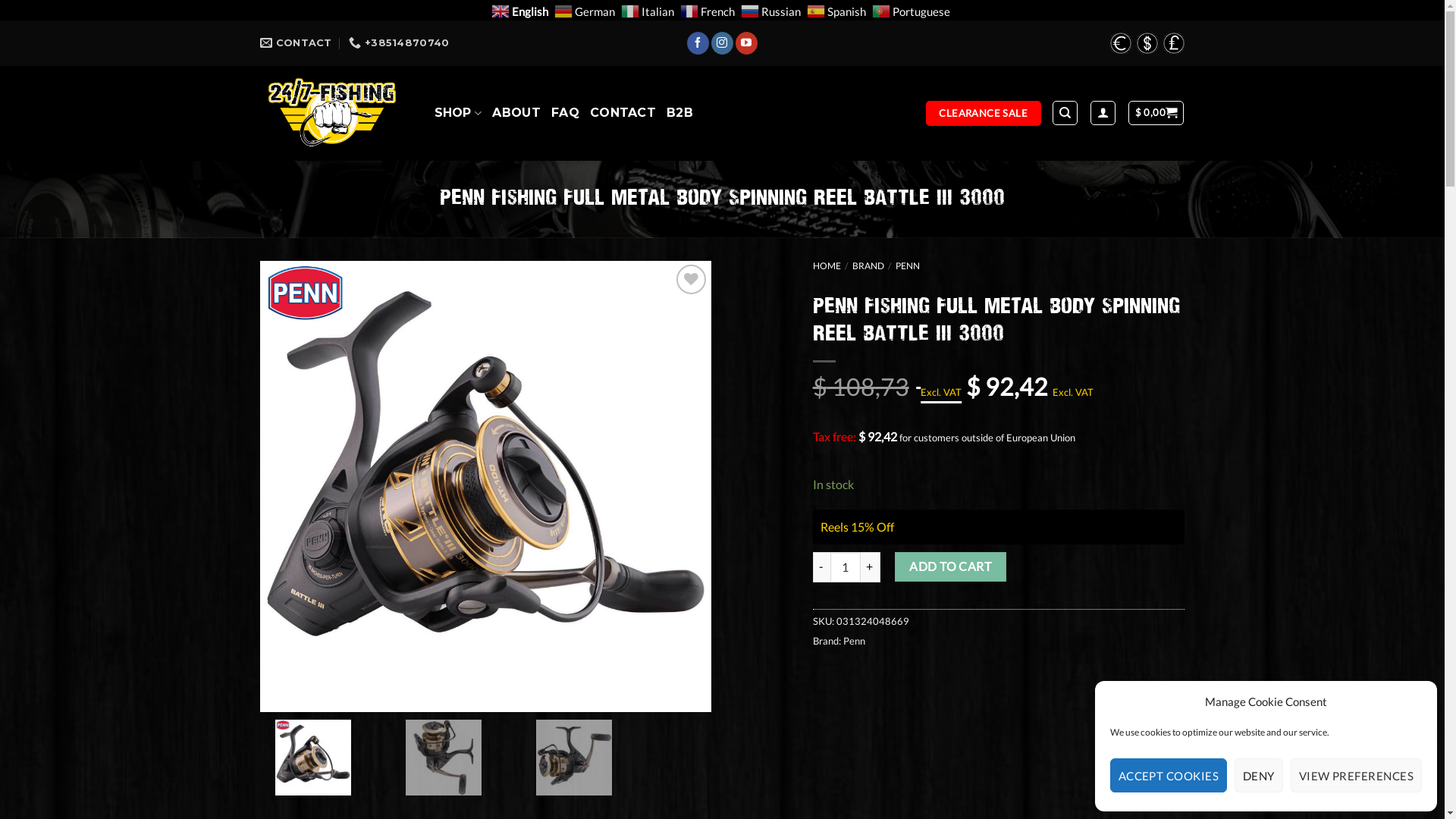 This screenshot has height=819, width=1456. Describe the element at coordinates (746, 42) in the screenshot. I see `'Follow on YouTube'` at that location.